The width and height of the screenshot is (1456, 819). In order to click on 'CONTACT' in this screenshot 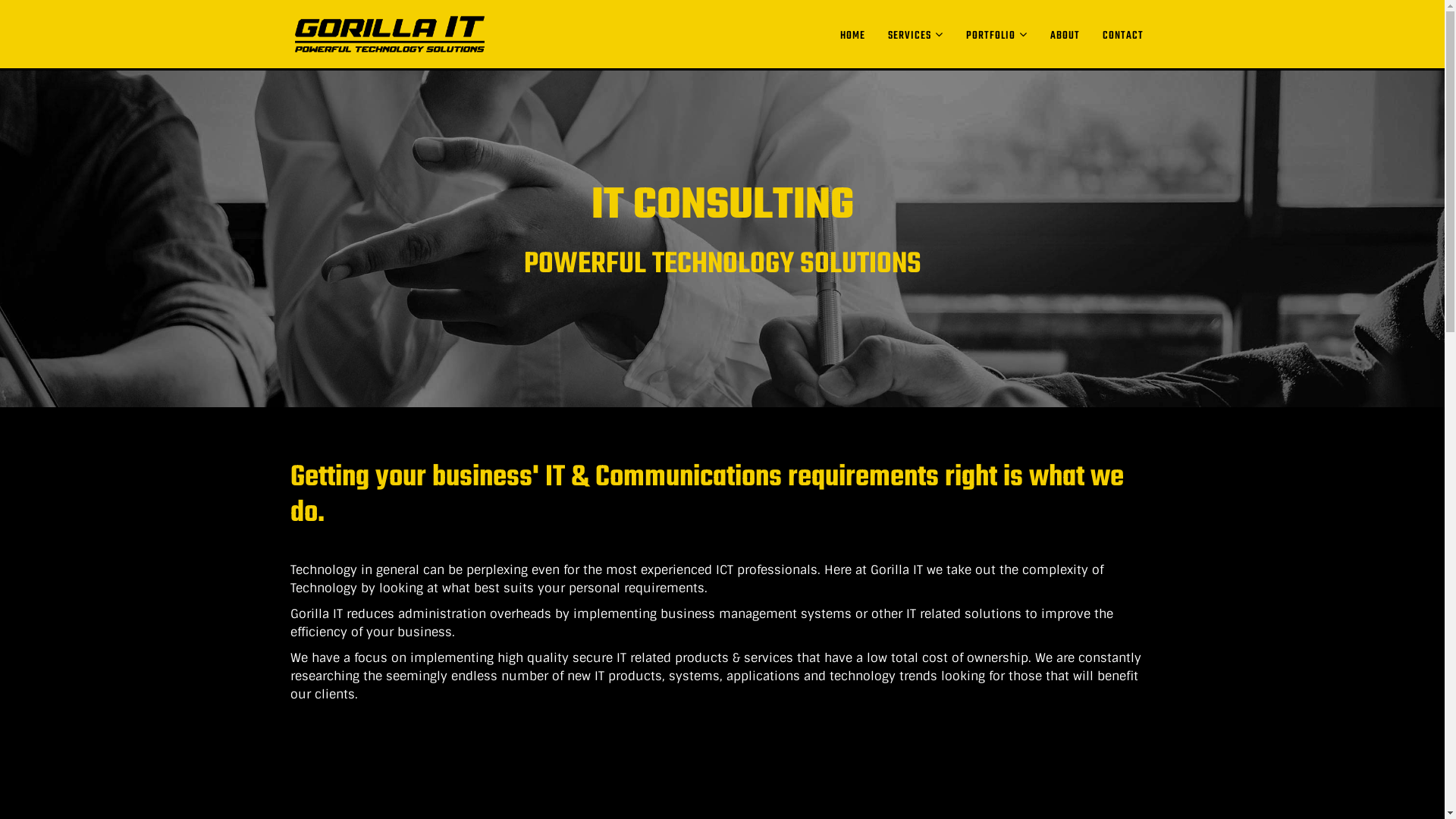, I will do `click(1090, 35)`.